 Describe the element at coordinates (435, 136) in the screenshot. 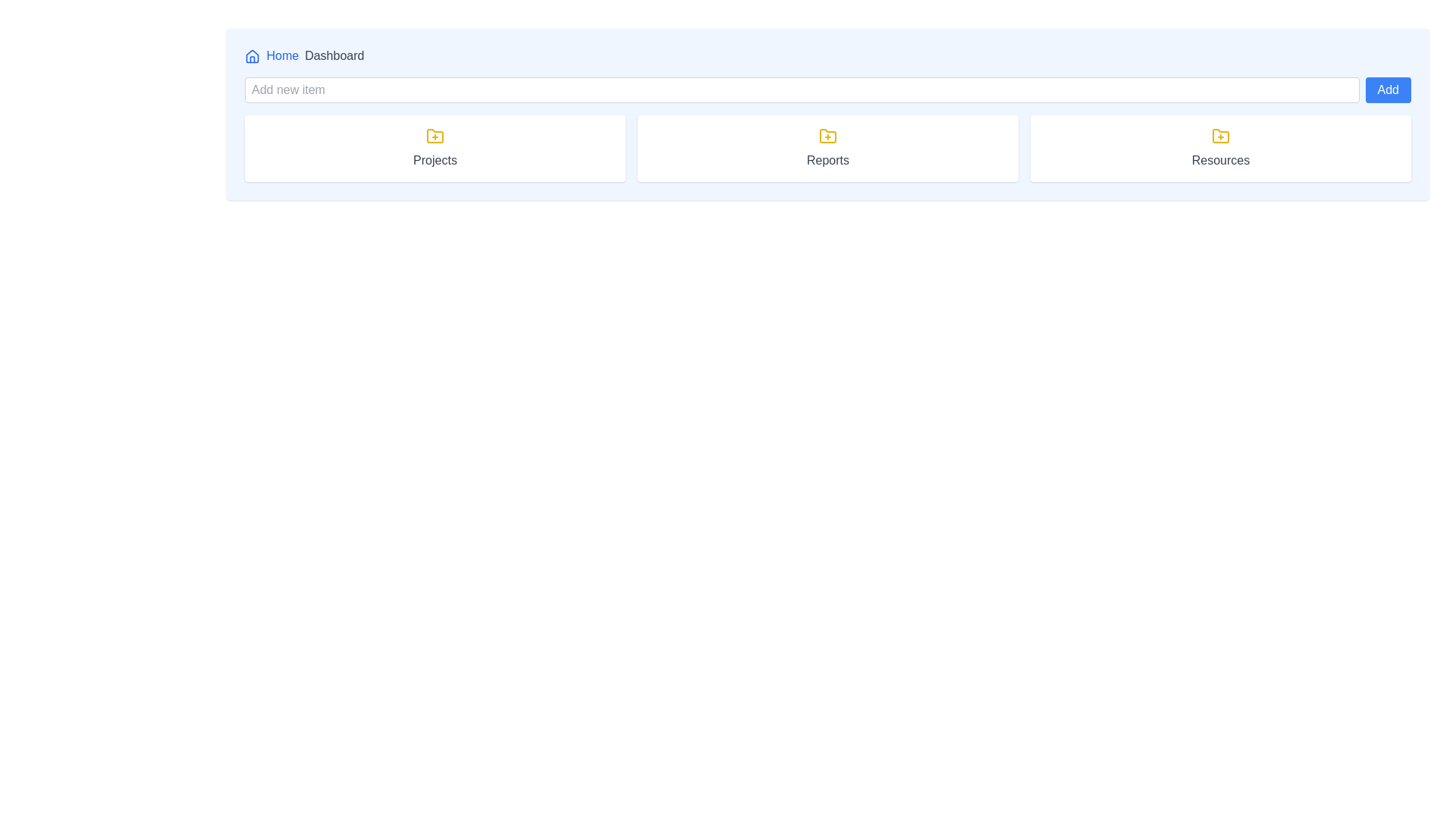

I see `the yellow folder icon with a plus symbol located above the text 'Projects' in the leftmost card` at that location.